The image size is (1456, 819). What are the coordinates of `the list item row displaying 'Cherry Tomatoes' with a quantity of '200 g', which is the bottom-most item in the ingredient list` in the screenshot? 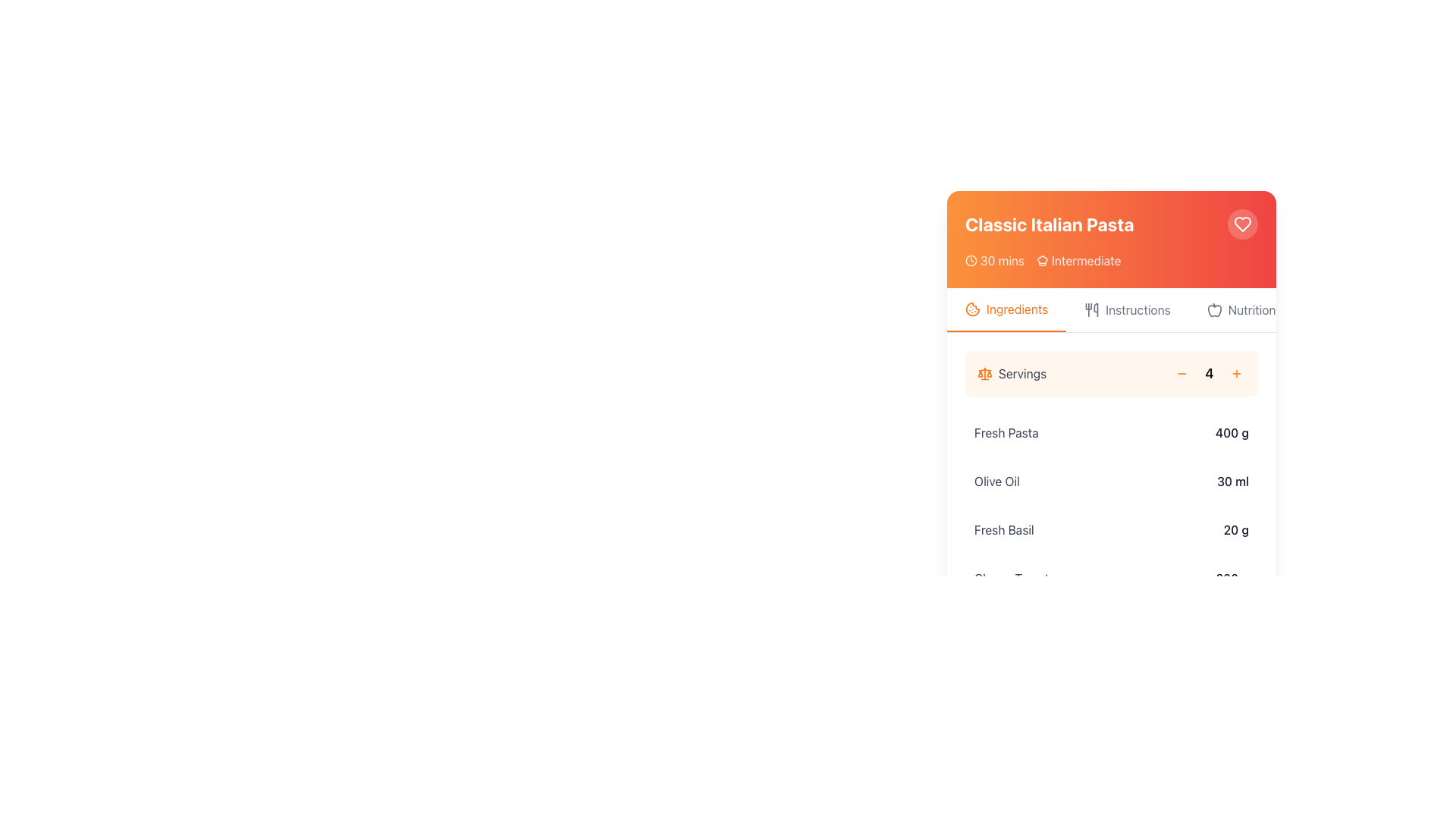 It's located at (1111, 579).